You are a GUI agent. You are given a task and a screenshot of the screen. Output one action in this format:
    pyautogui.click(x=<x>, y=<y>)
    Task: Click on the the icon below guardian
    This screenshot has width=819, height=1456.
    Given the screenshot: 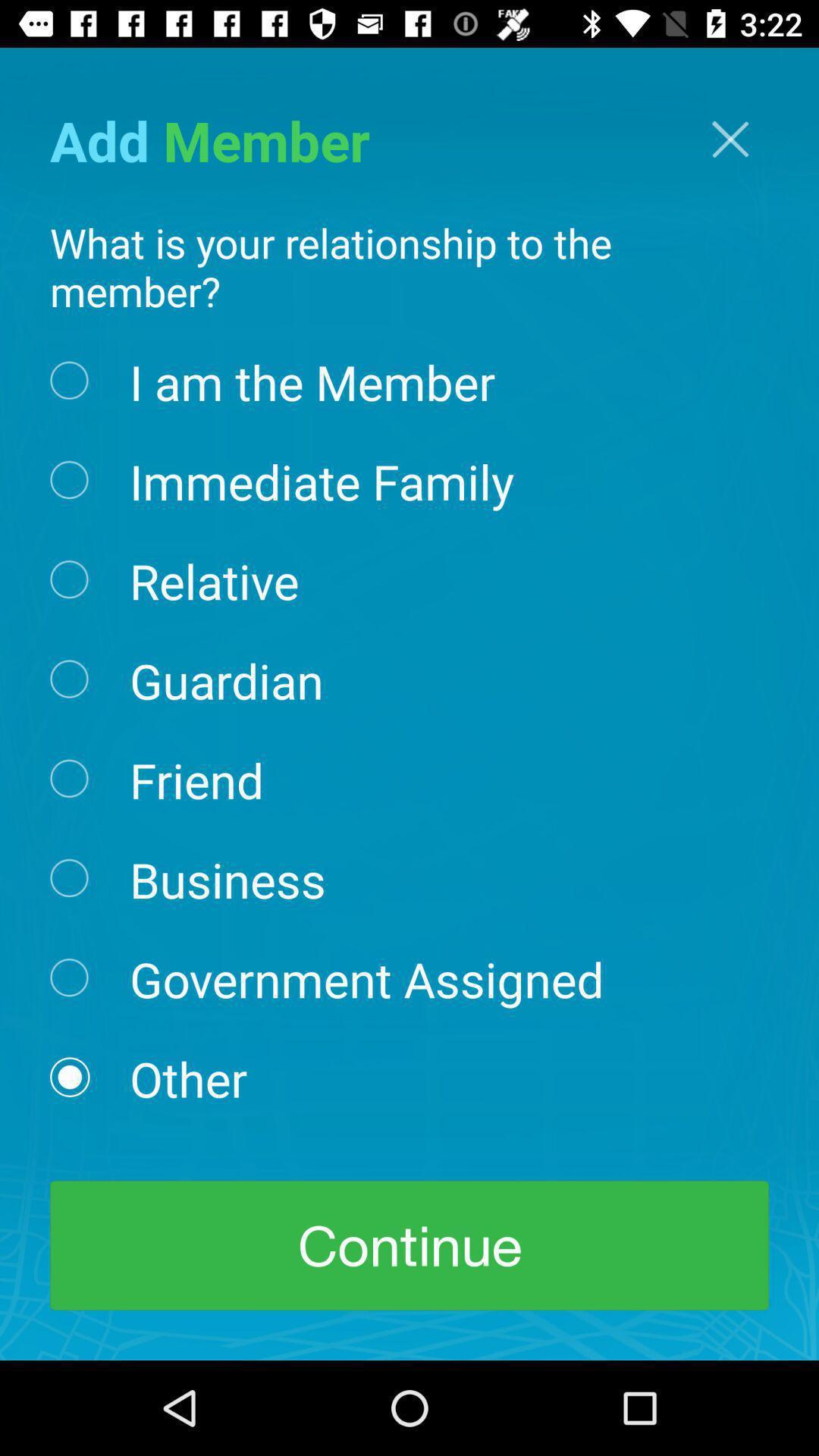 What is the action you would take?
    pyautogui.click(x=196, y=779)
    